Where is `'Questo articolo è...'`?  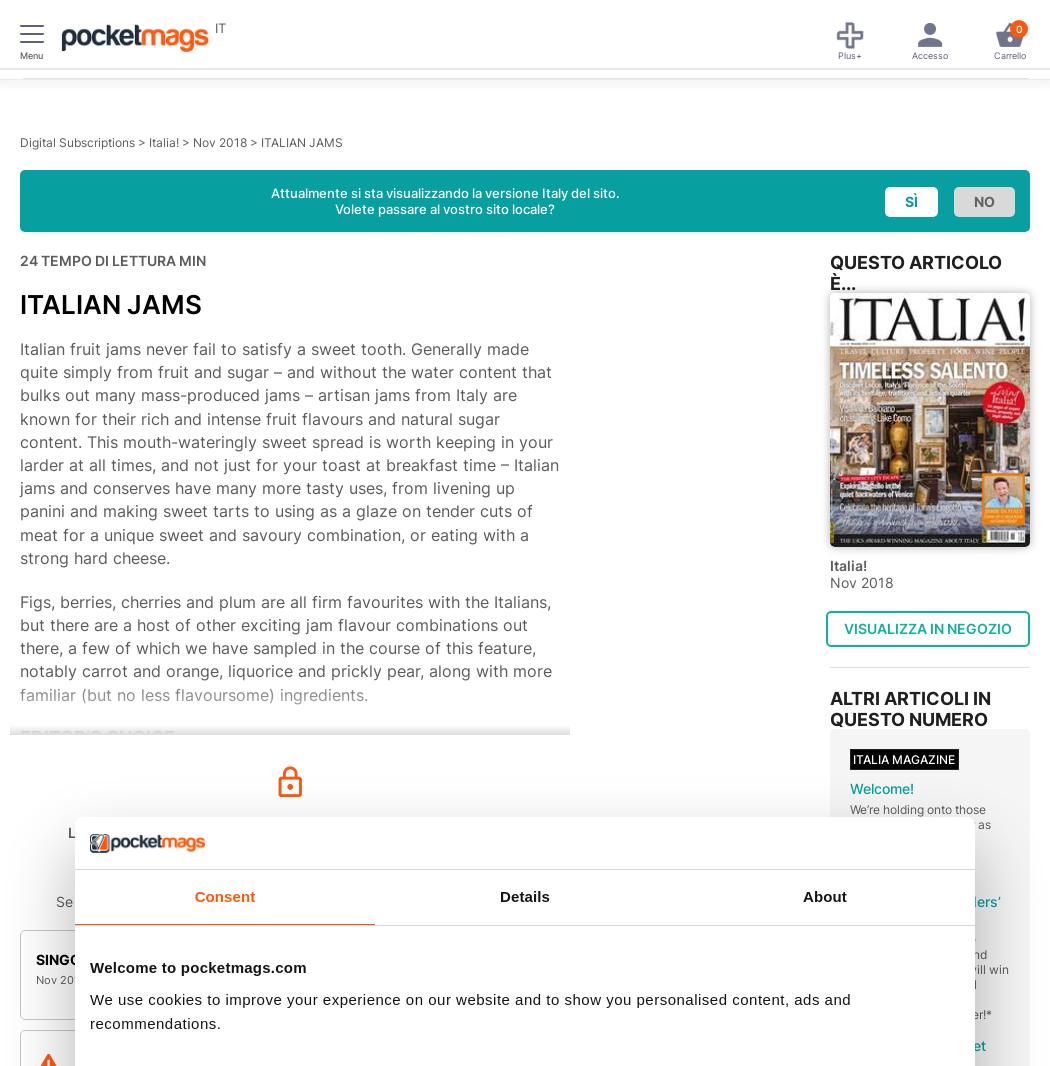
'Questo articolo è...' is located at coordinates (916, 273).